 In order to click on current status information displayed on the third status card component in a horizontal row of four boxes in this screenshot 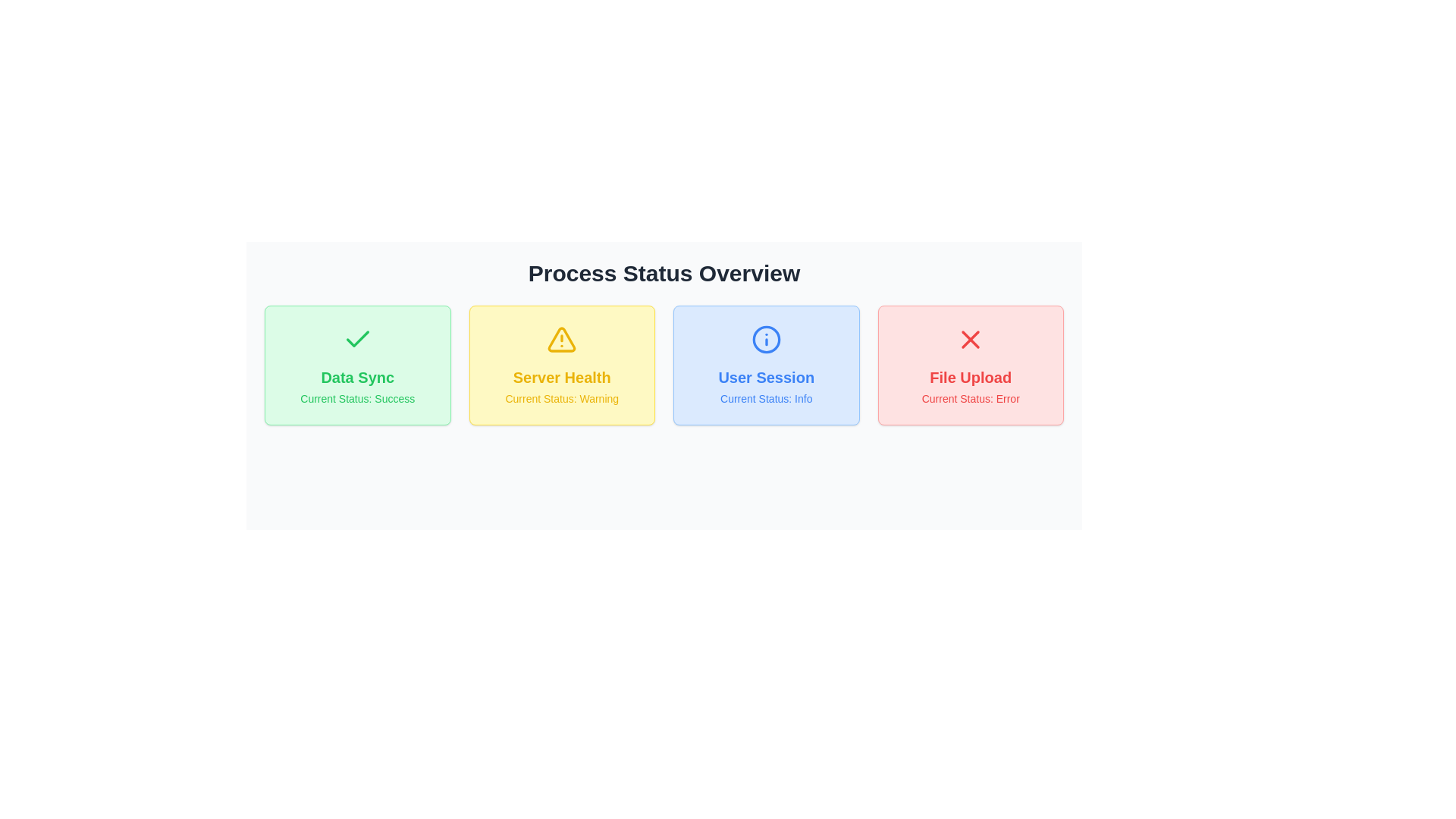, I will do `click(766, 366)`.